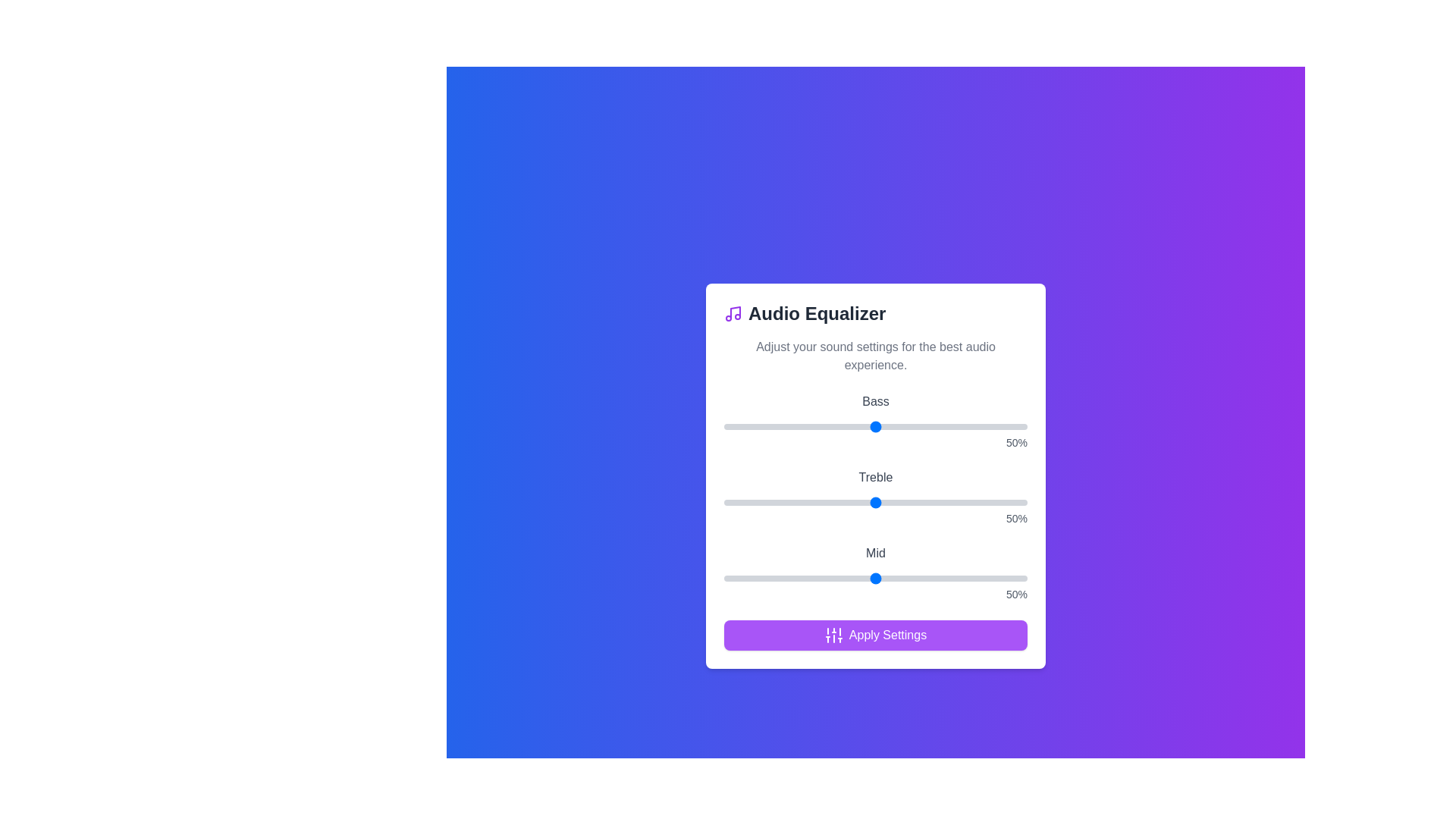 This screenshot has width=1456, height=819. What do you see at coordinates (858, 427) in the screenshot?
I see `the bass slider to 44%` at bounding box center [858, 427].